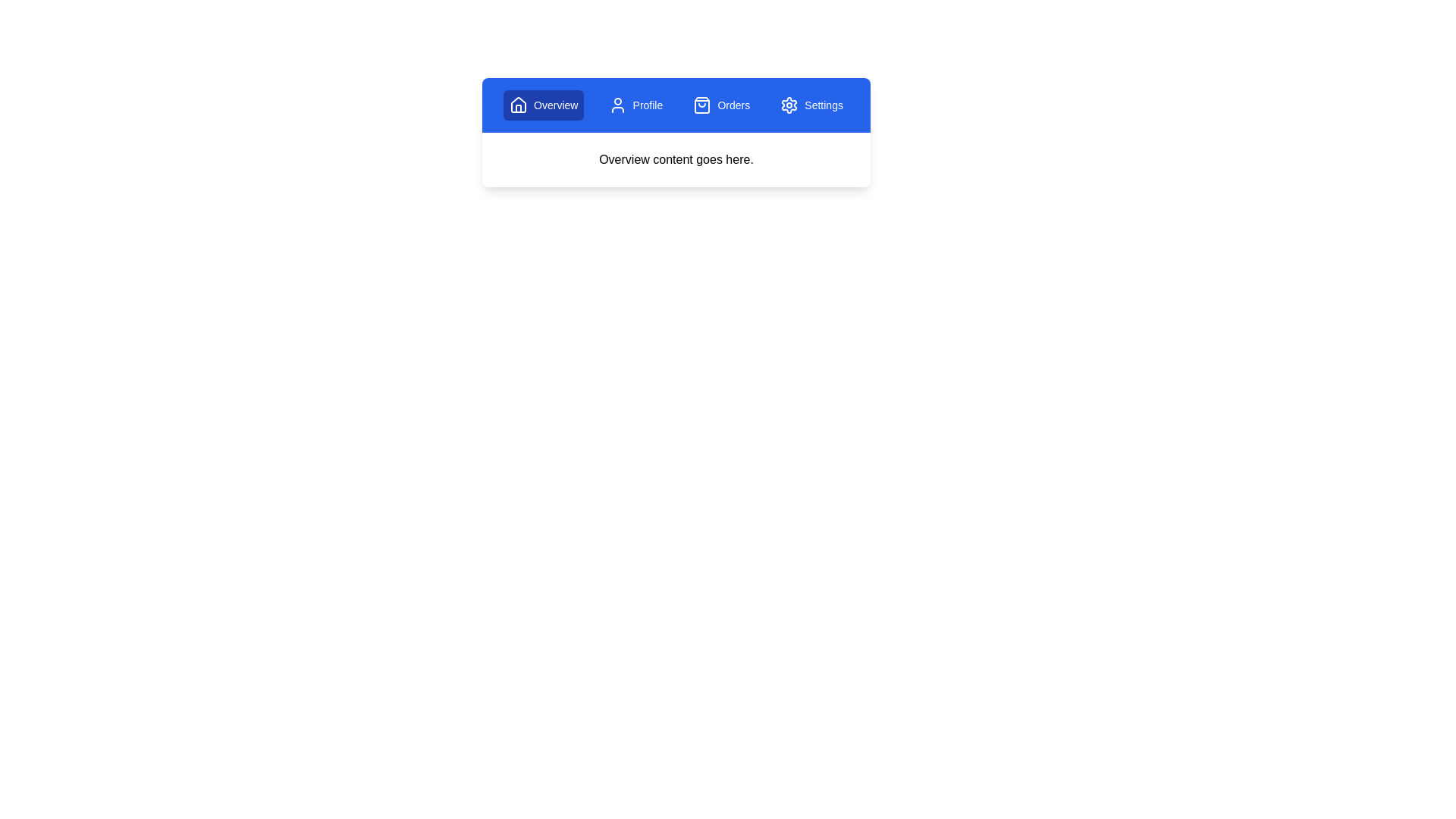  Describe the element at coordinates (617, 104) in the screenshot. I see `the user profile icon located in the navigation bar` at that location.